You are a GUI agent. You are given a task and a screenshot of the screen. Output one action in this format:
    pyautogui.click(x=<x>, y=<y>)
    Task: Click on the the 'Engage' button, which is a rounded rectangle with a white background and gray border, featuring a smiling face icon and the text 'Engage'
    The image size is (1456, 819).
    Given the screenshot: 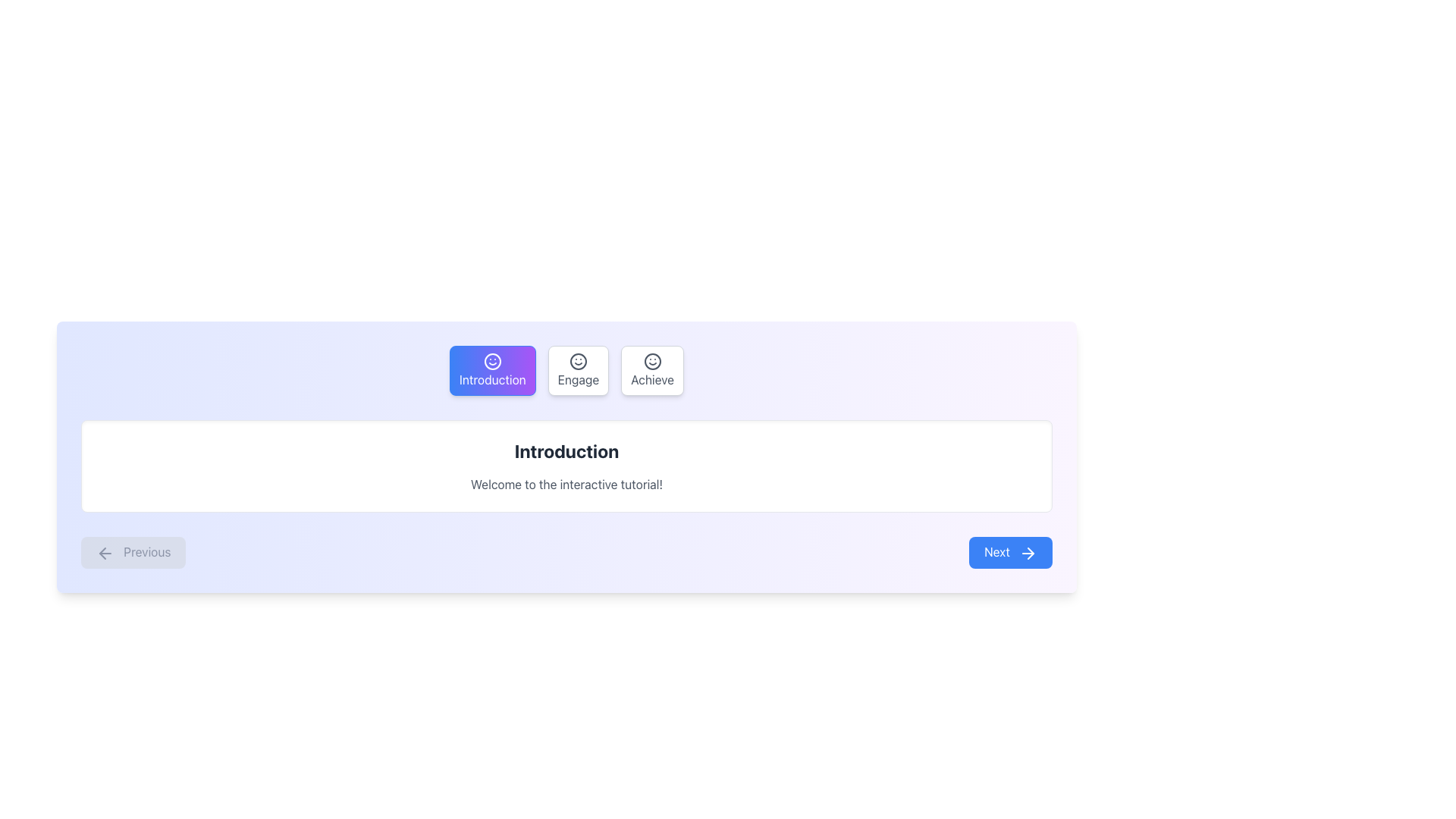 What is the action you would take?
    pyautogui.click(x=578, y=371)
    